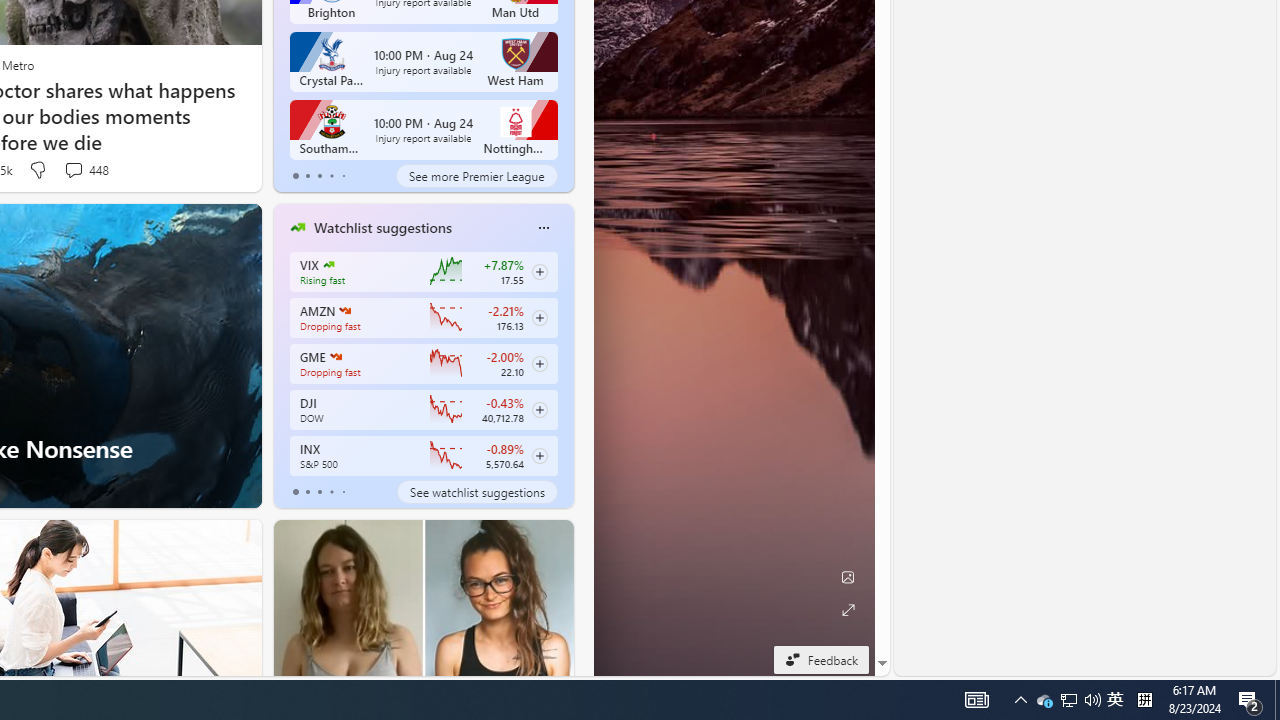  What do you see at coordinates (539, 455) in the screenshot?
I see `'Class: follow-button  m'` at bounding box center [539, 455].